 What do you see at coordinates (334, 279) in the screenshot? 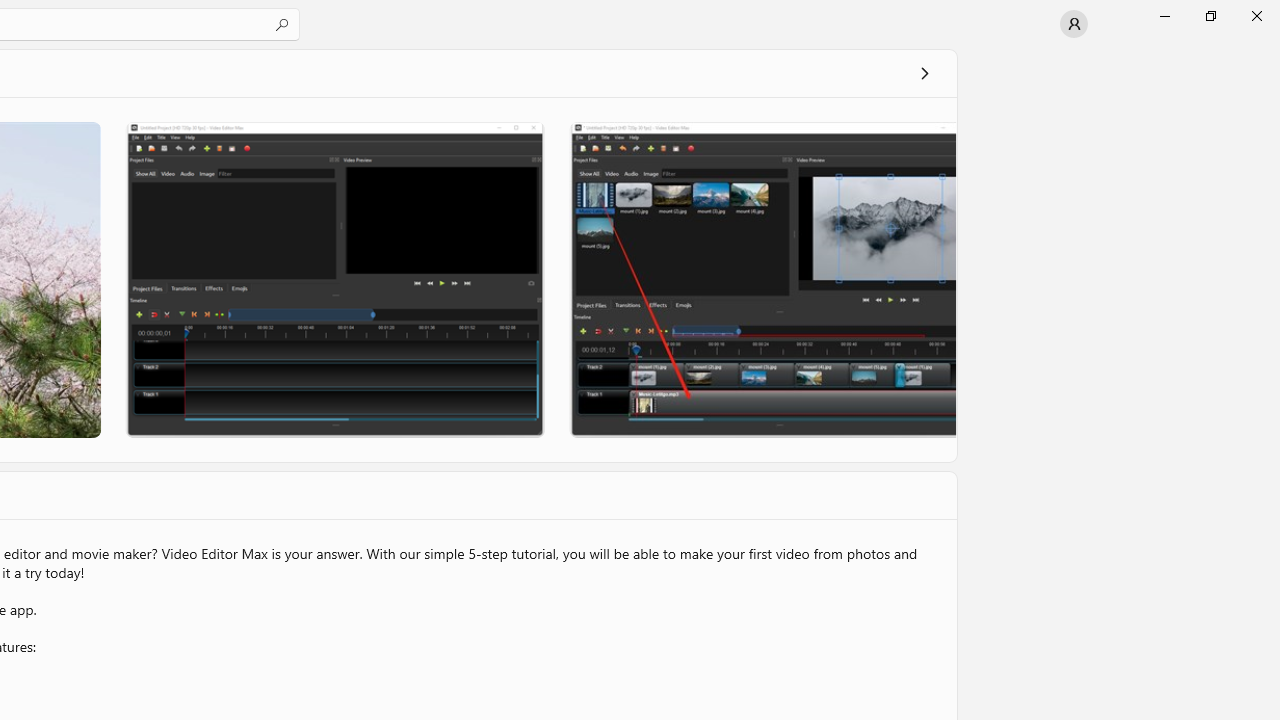
I see `'Screenshot 2'` at bounding box center [334, 279].